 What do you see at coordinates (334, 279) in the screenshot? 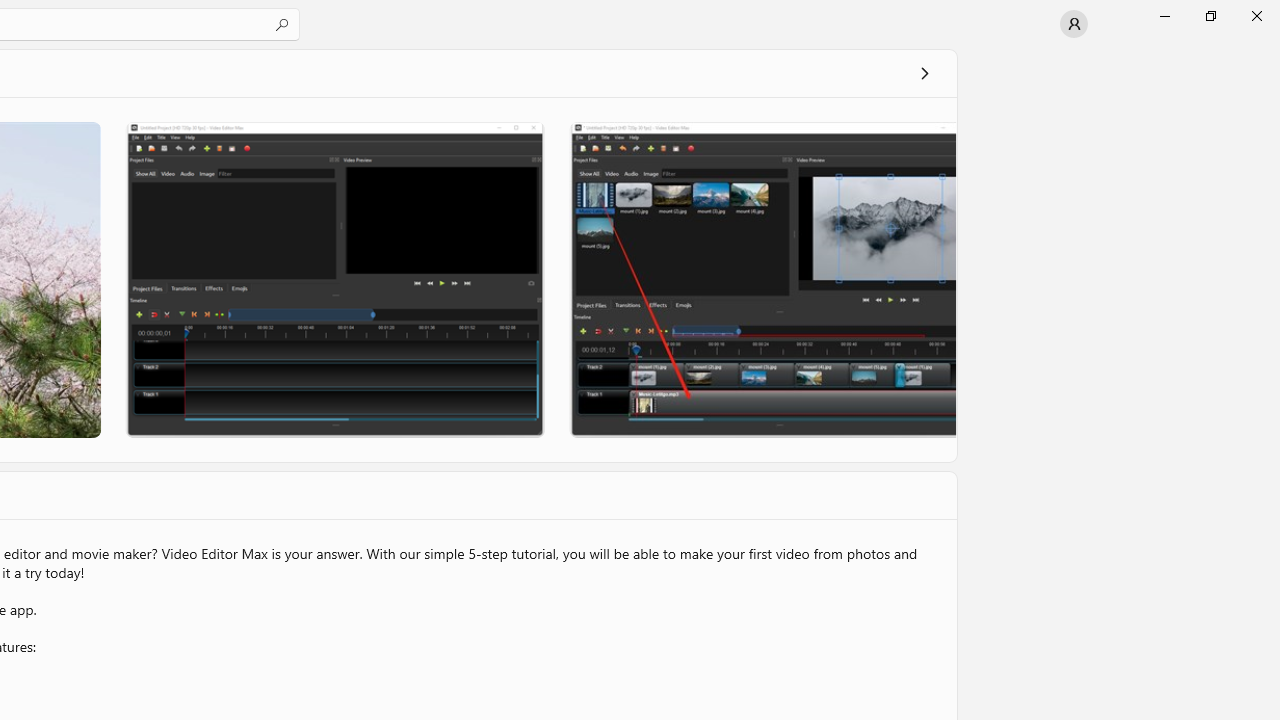
I see `'Screenshot 2'` at bounding box center [334, 279].